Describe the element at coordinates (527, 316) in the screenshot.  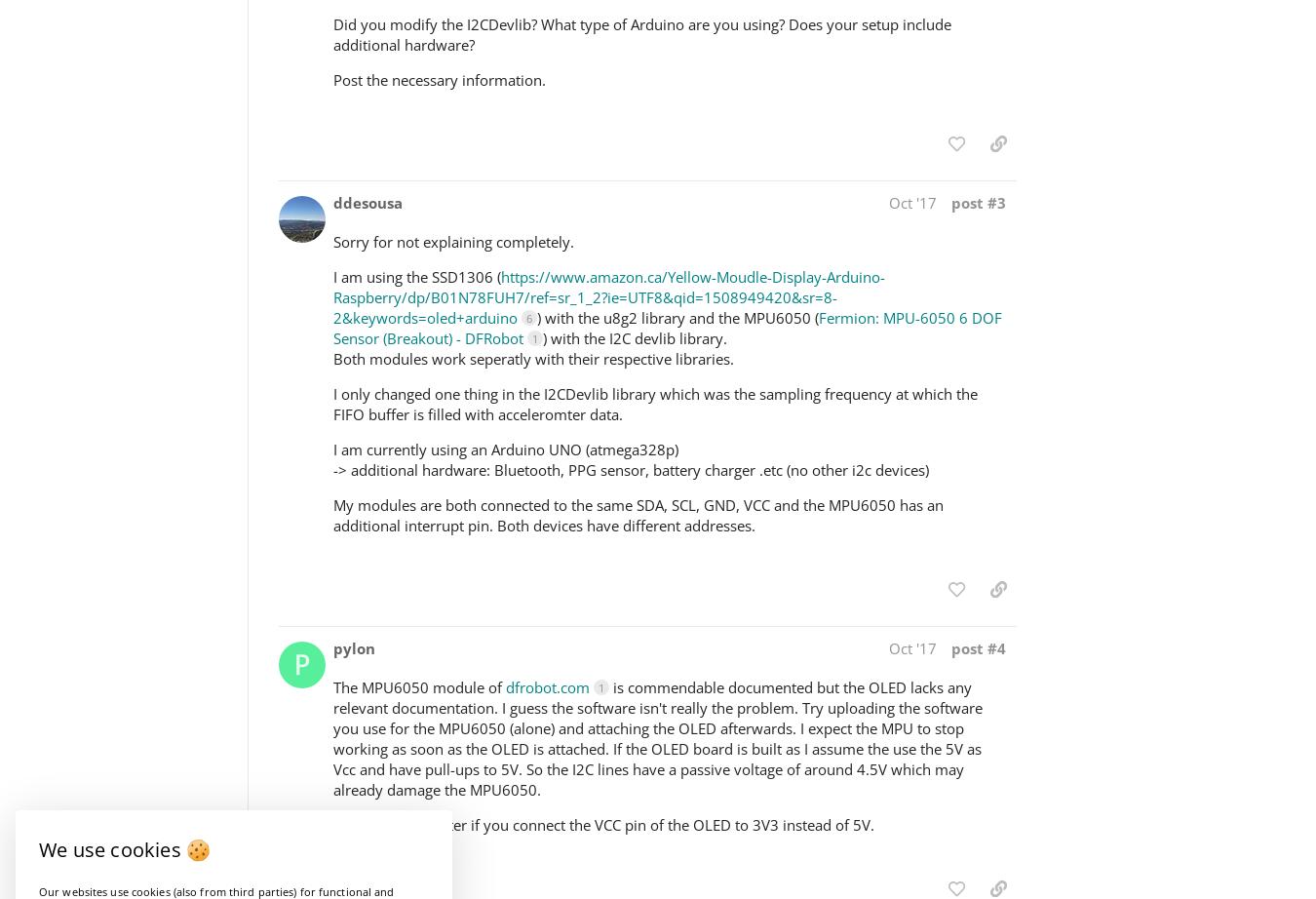
I see `'6'` at that location.